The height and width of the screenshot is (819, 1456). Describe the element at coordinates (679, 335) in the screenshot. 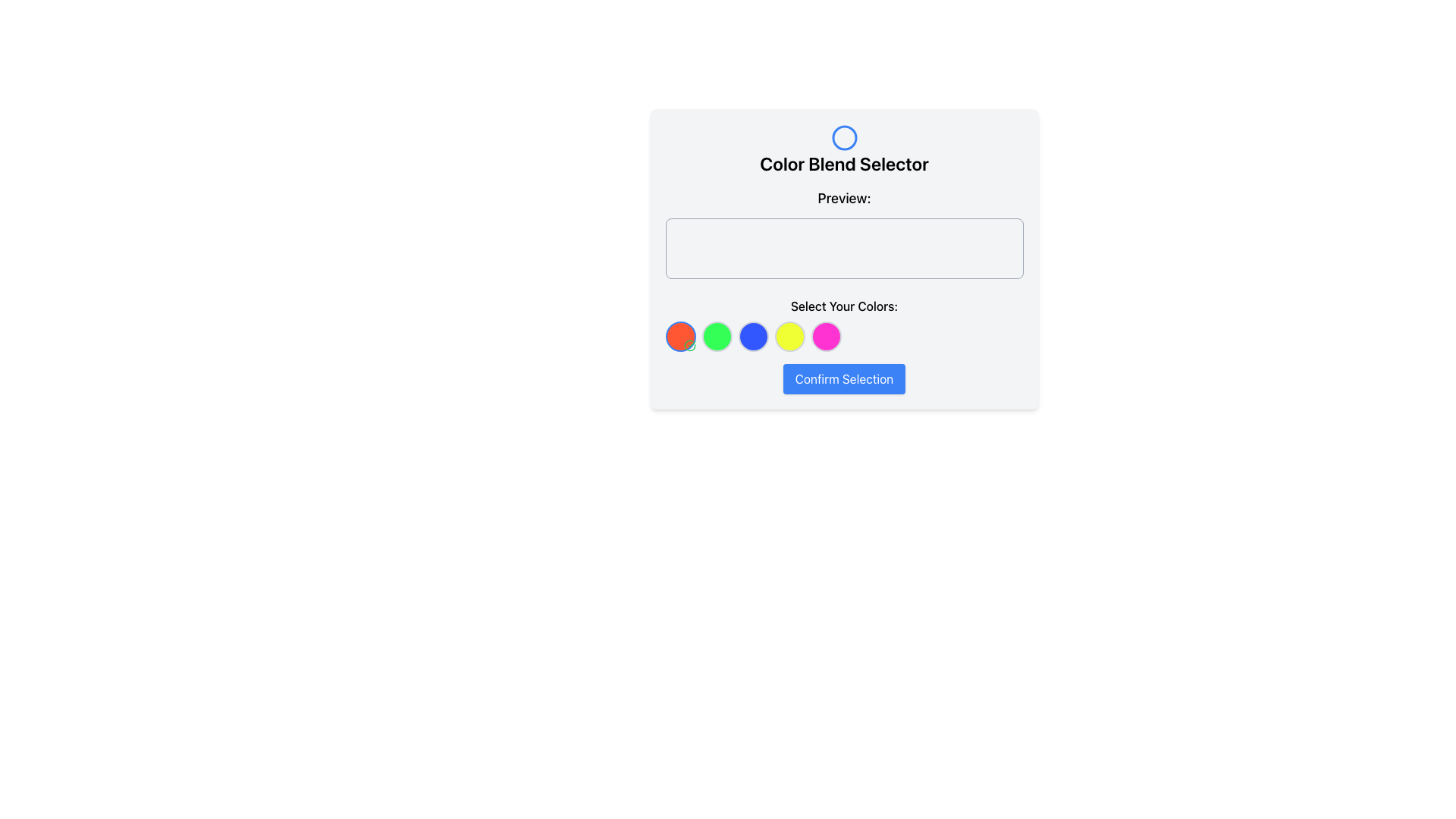

I see `the circular color selection button with a vibrant red fill and a green checkmark in the bottom right corner` at that location.